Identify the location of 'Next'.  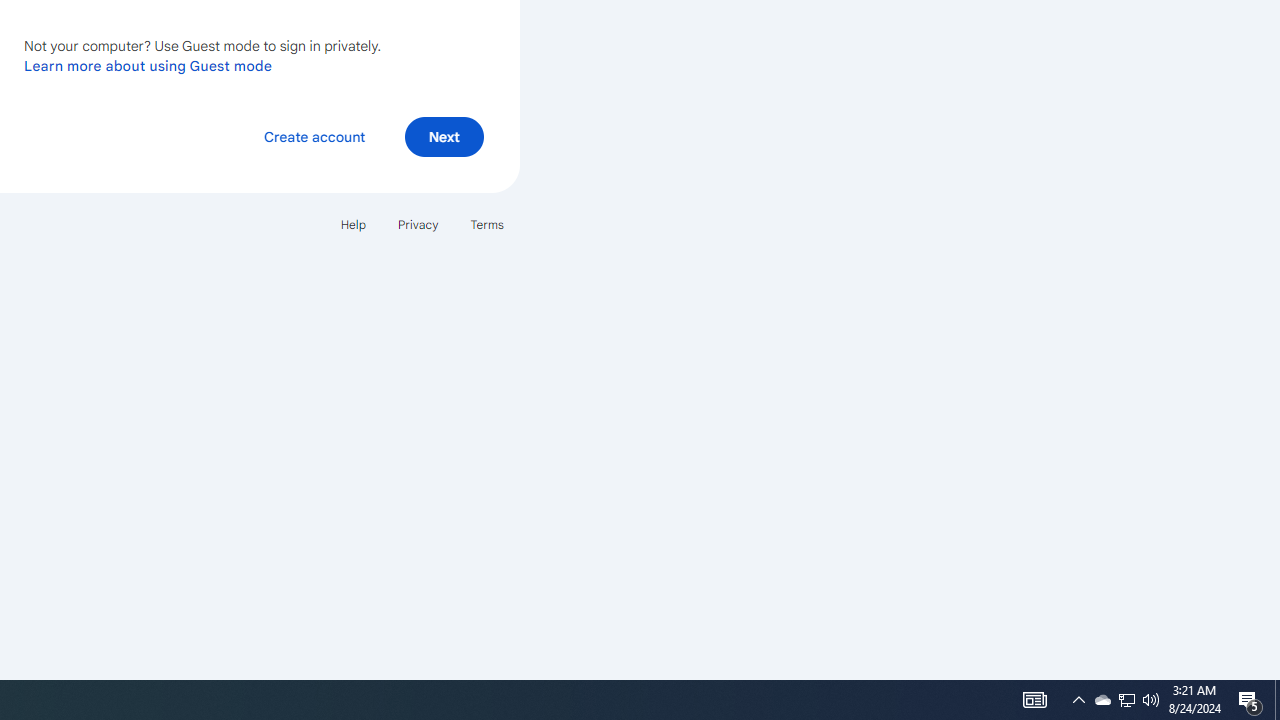
(443, 135).